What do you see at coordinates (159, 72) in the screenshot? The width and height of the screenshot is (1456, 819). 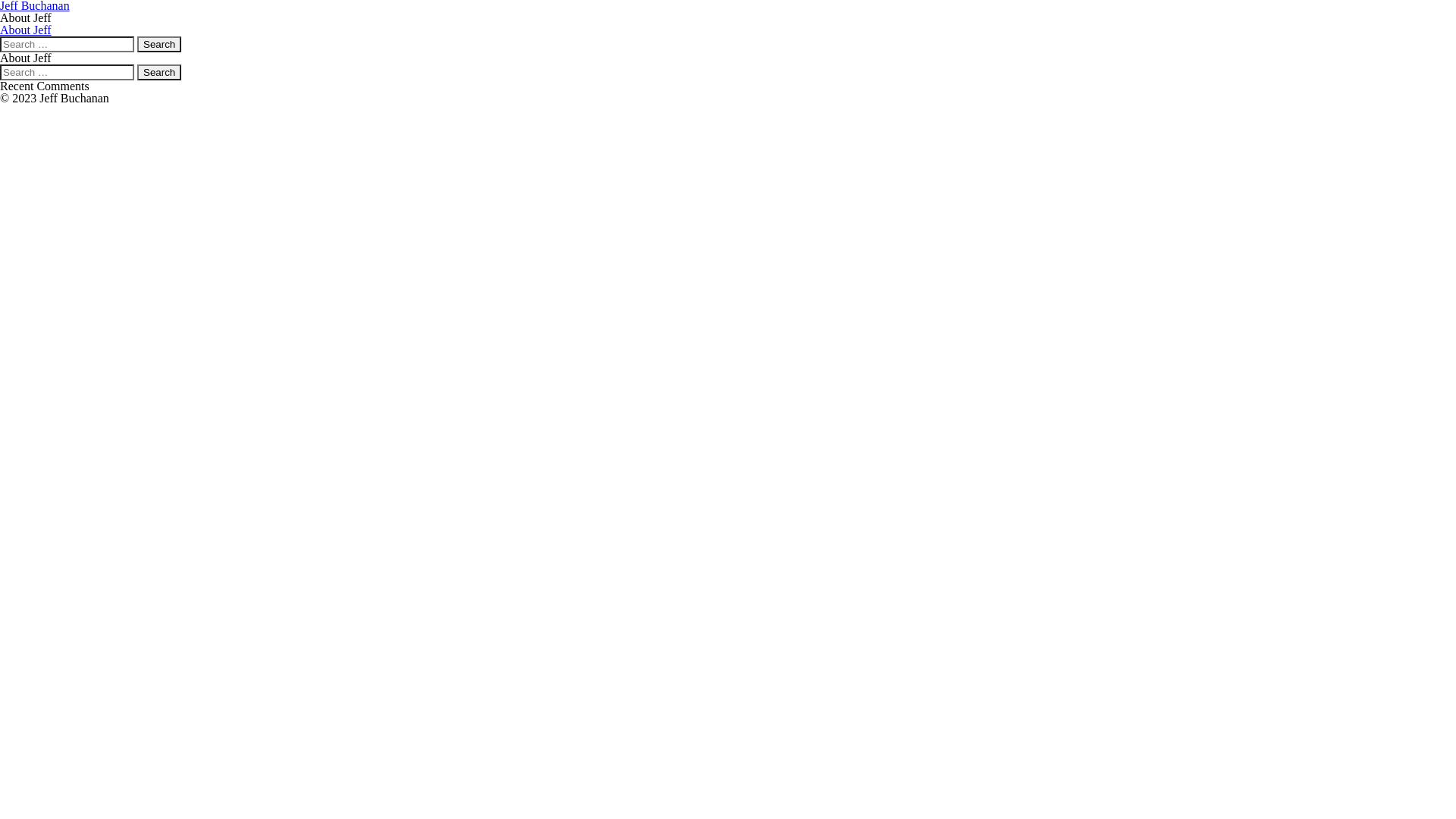 I see `'Search'` at bounding box center [159, 72].